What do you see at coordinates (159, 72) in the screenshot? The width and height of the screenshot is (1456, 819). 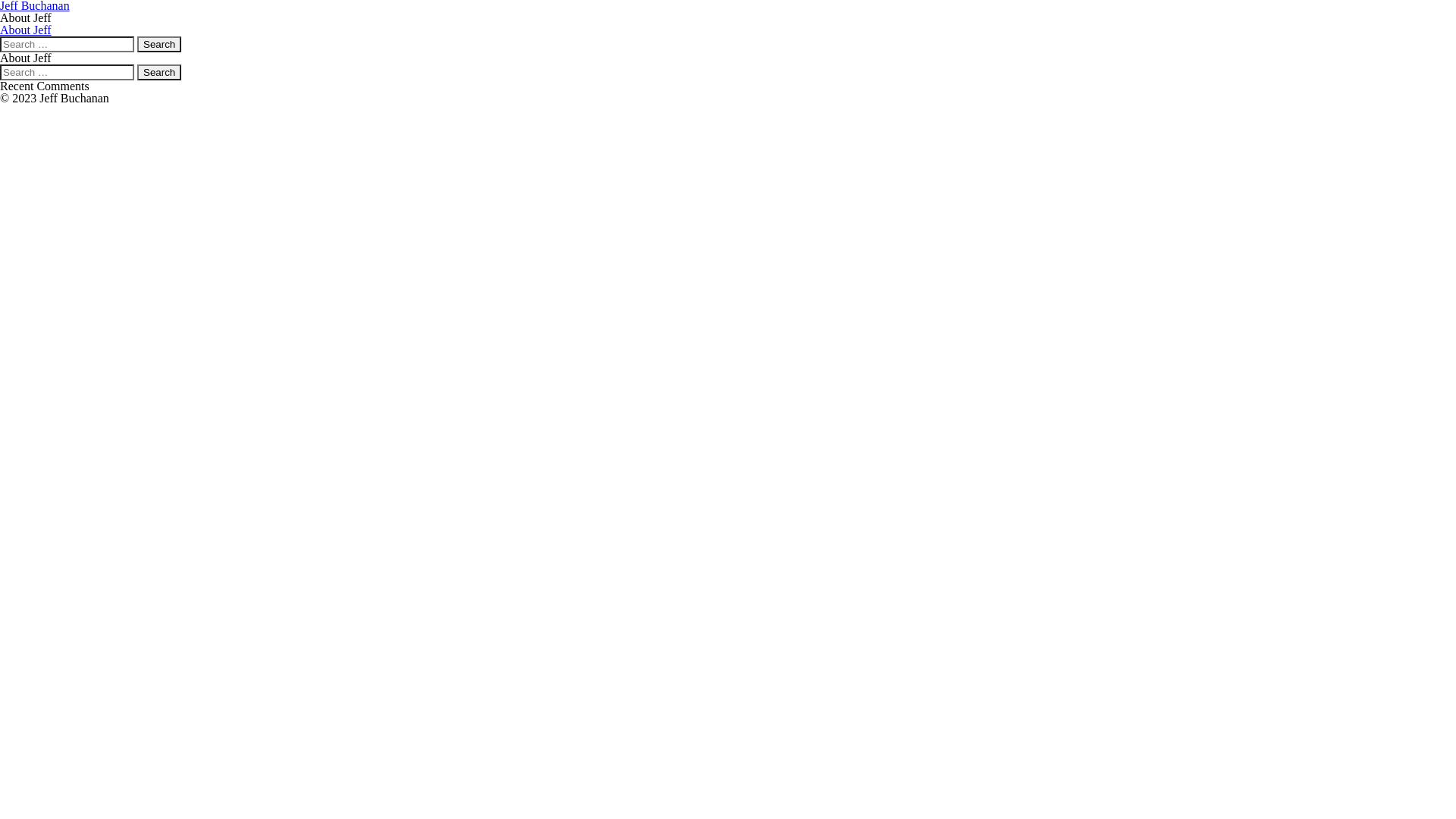 I see `'Search'` at bounding box center [159, 72].